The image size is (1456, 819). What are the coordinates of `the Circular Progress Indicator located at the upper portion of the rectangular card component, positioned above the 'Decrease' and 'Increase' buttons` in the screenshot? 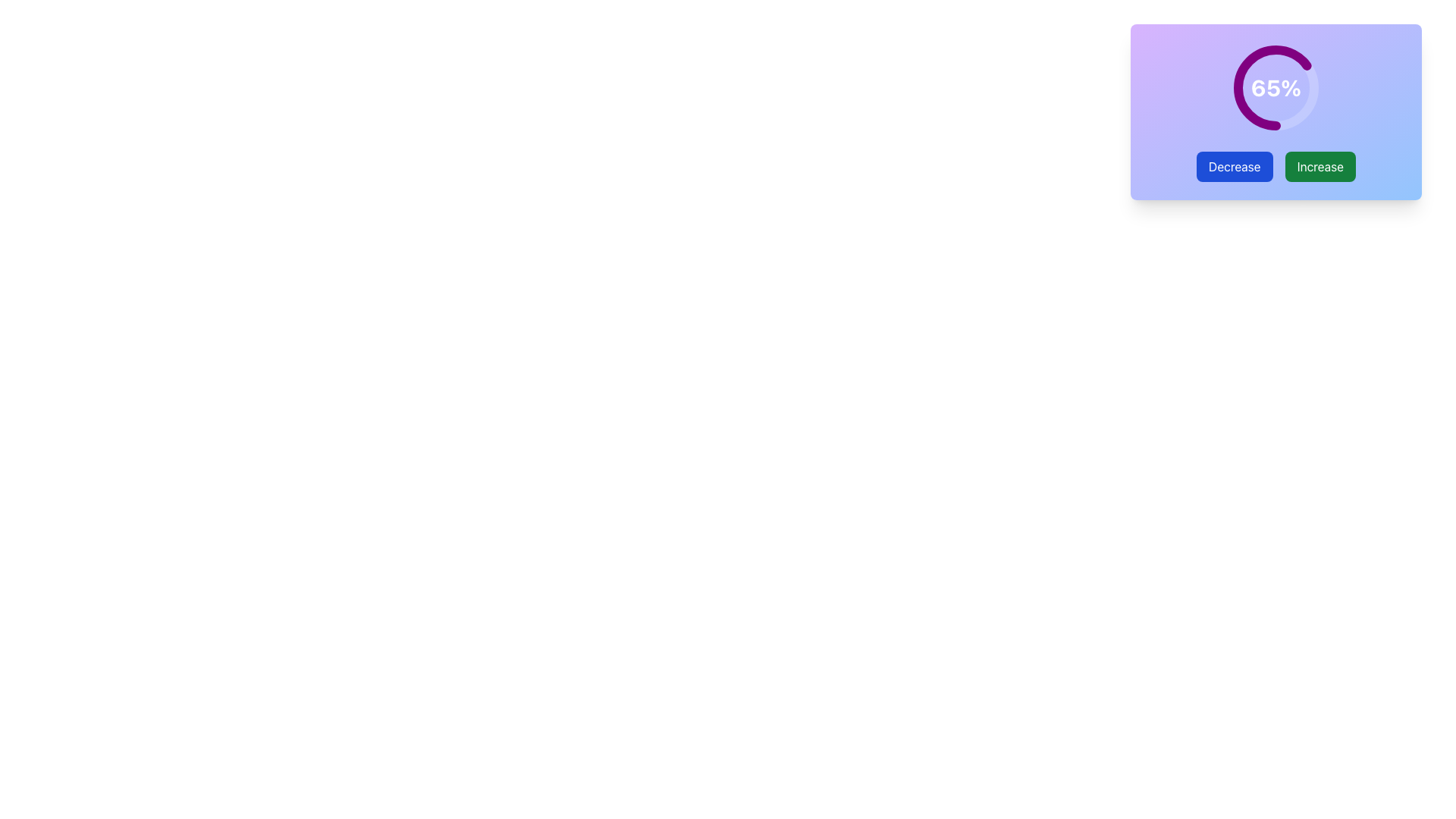 It's located at (1276, 87).